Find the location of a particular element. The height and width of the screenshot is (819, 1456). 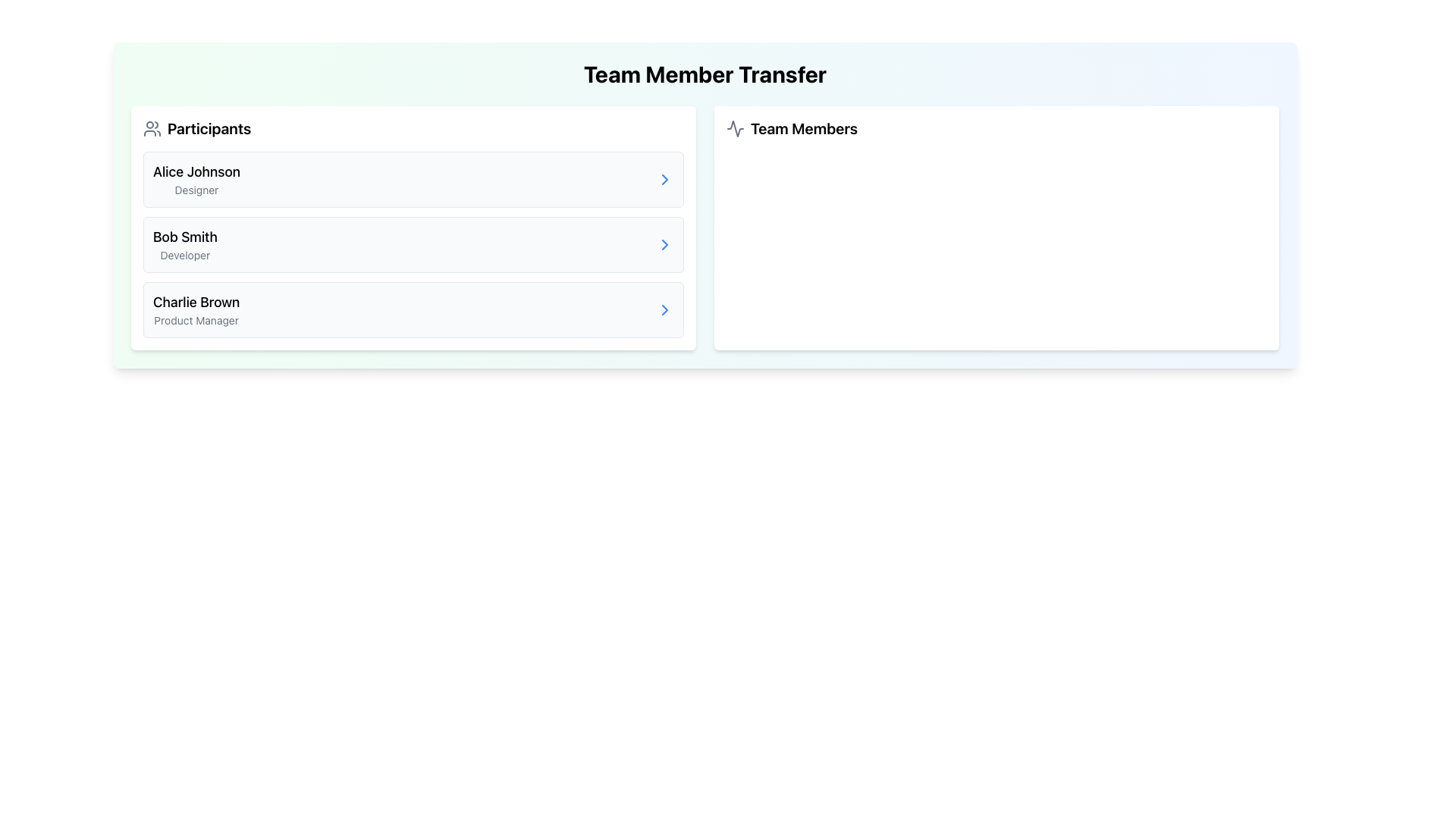

the static text label that contains the text 'Team Members', which is bold and slightly larger, located in the top-right section of the header next to an icon is located at coordinates (803, 127).